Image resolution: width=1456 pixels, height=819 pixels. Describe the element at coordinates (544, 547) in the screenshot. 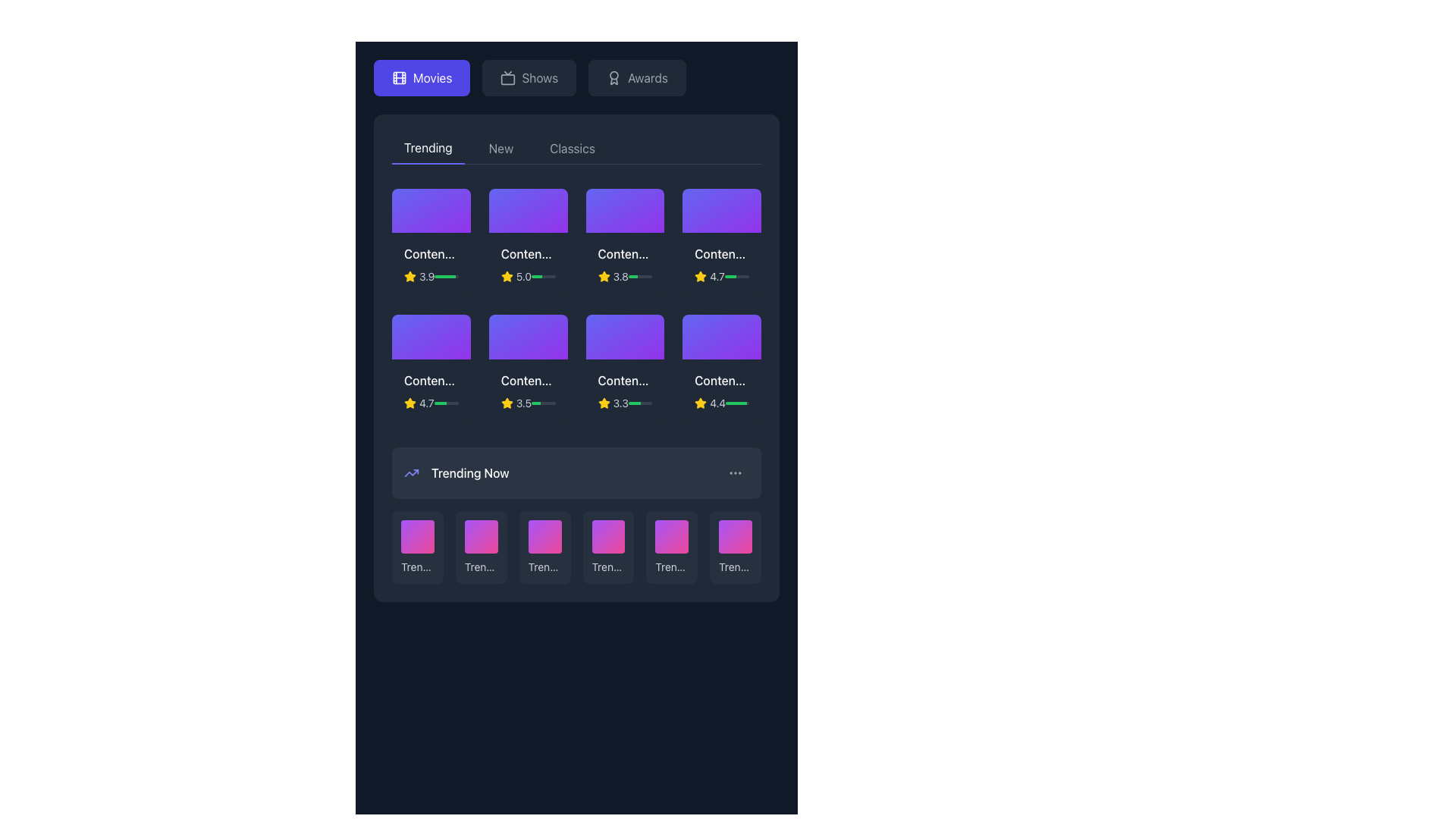

I see `the third item` at that location.